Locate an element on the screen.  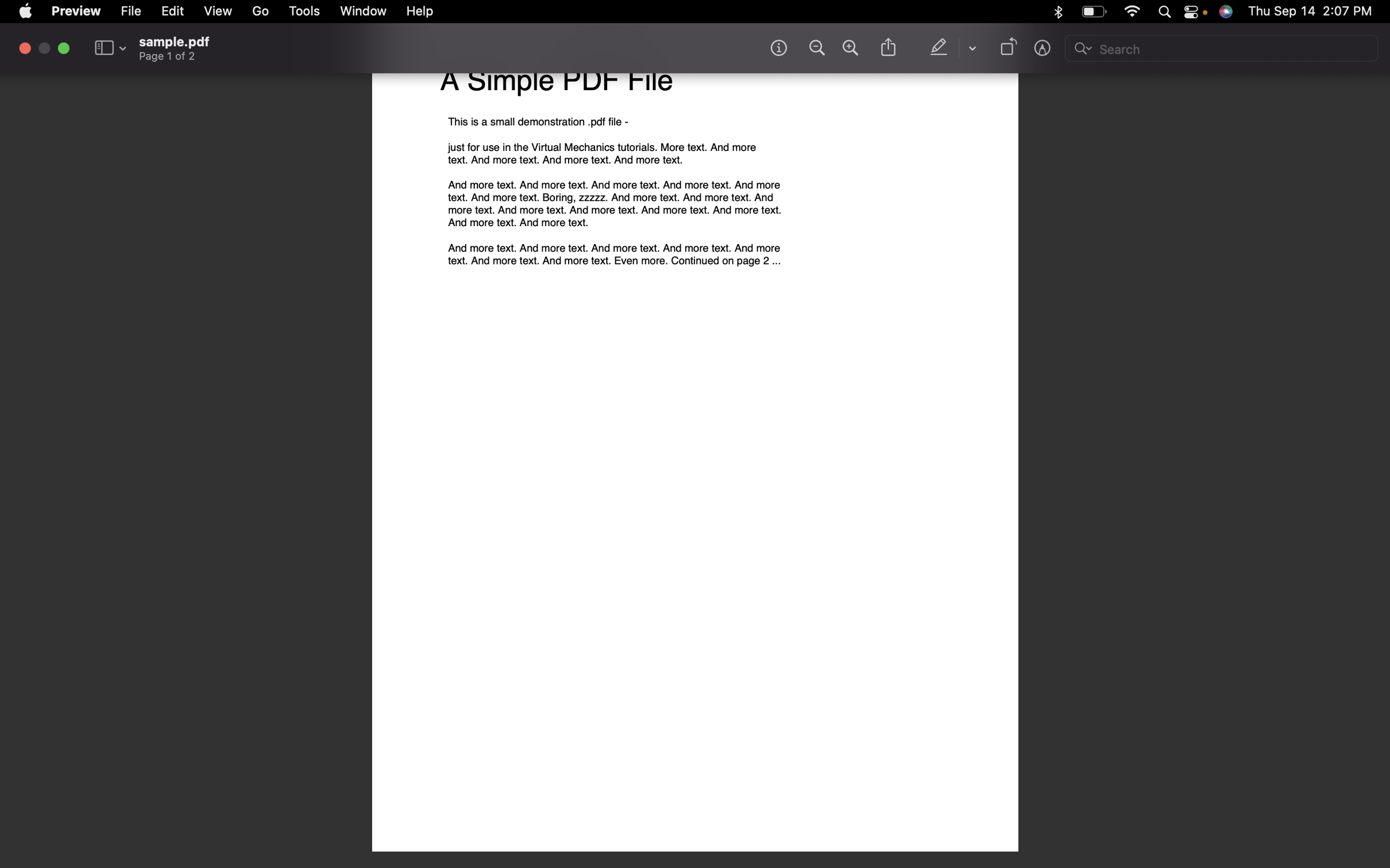
Leave the fullscreen view is located at coordinates (63, 48).